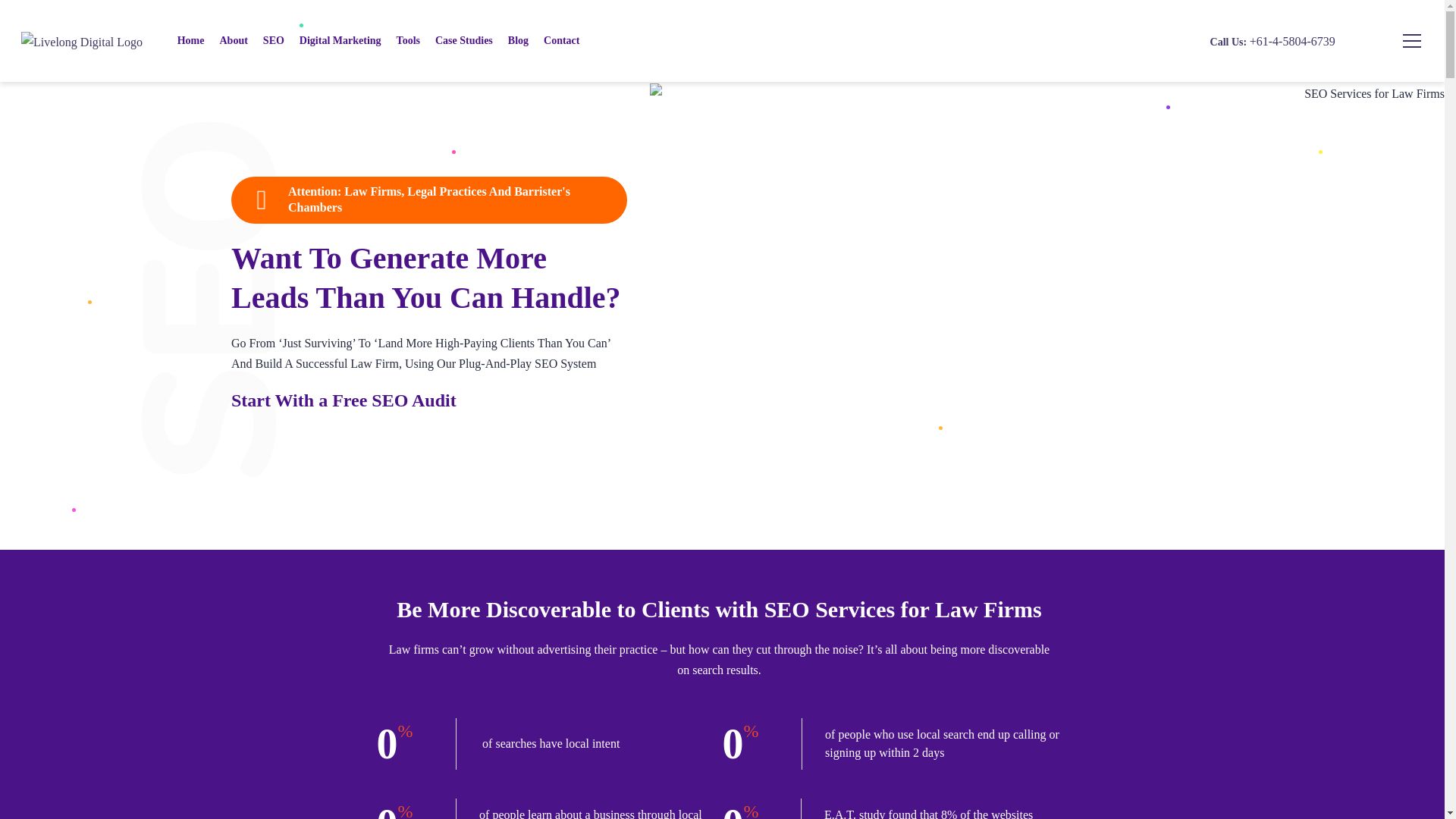  What do you see at coordinates (170, 40) in the screenshot?
I see `'Home'` at bounding box center [170, 40].